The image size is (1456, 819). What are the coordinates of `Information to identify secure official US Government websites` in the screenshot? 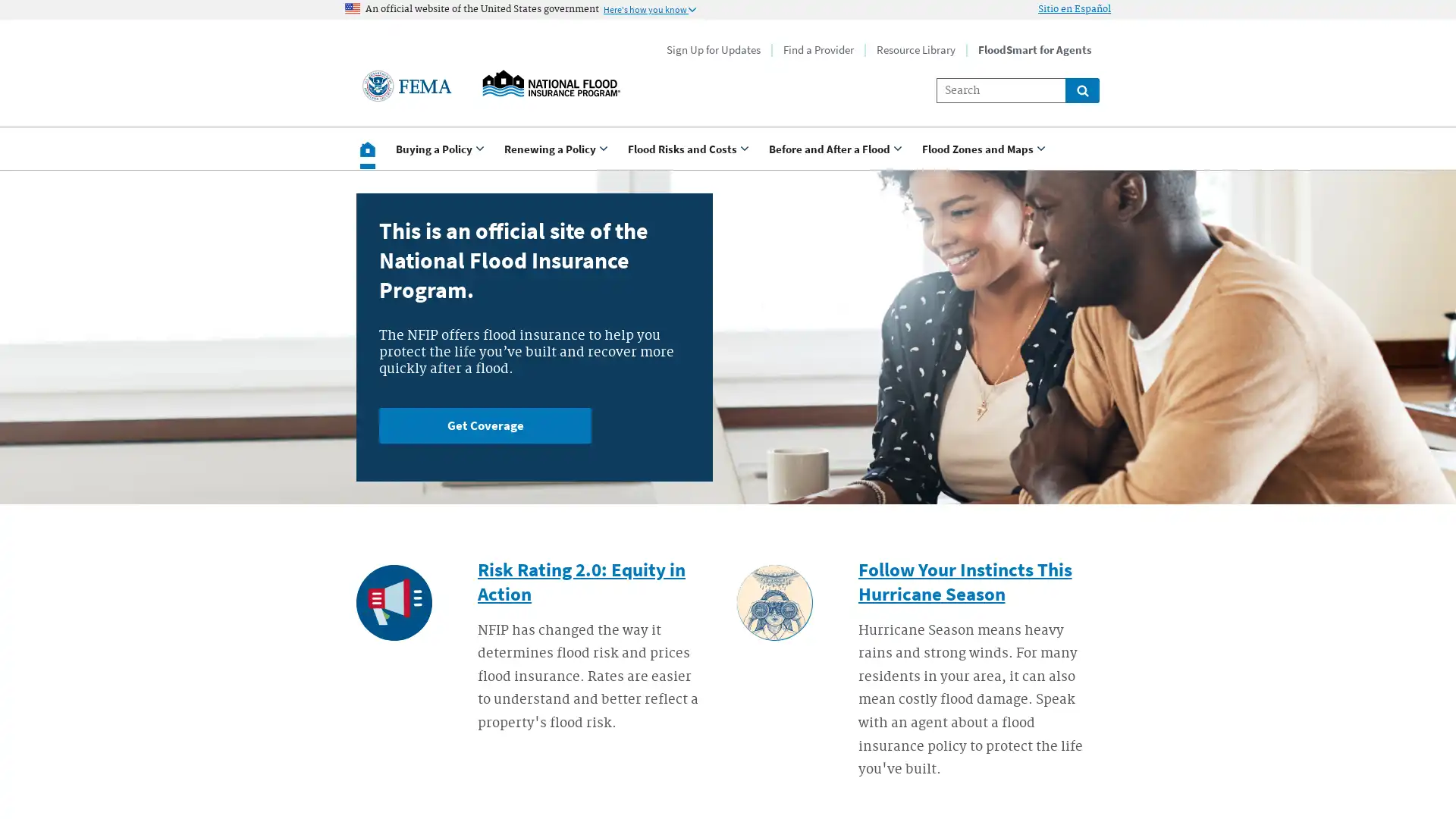 It's located at (650, 8).